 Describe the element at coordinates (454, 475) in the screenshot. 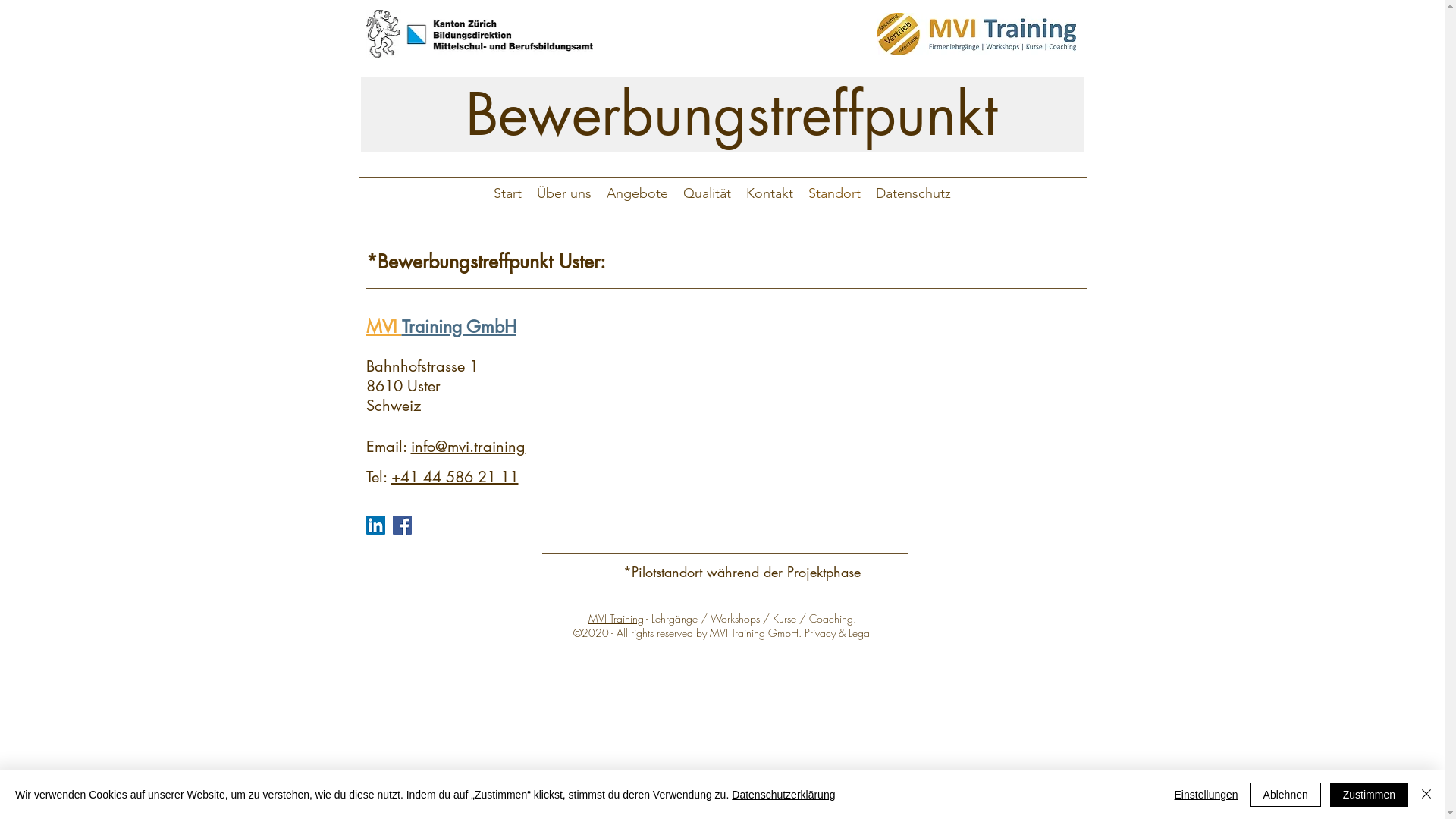

I see `'+41 44 586 21 11'` at that location.